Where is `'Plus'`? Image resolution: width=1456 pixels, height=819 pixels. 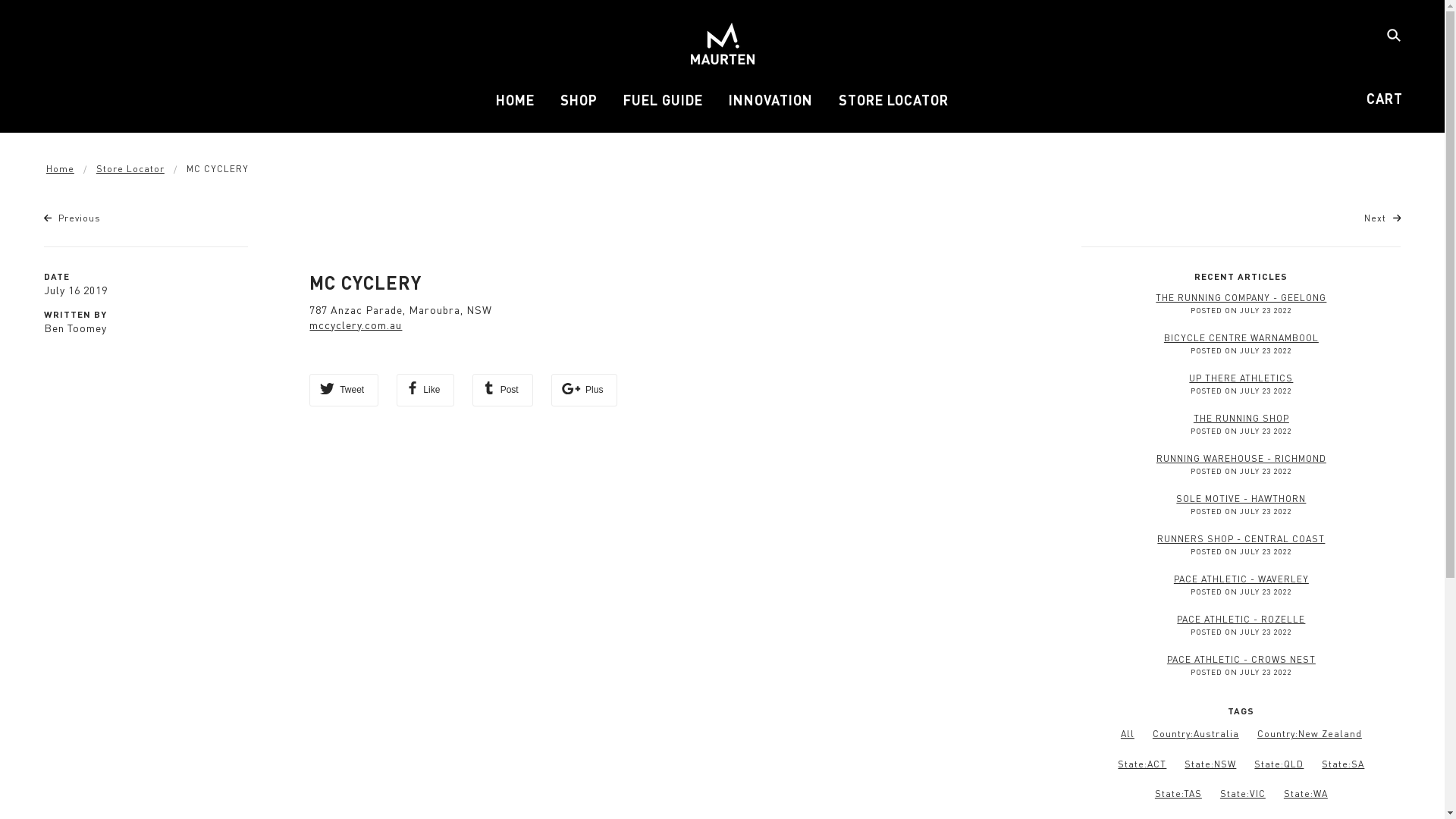 'Plus' is located at coordinates (584, 389).